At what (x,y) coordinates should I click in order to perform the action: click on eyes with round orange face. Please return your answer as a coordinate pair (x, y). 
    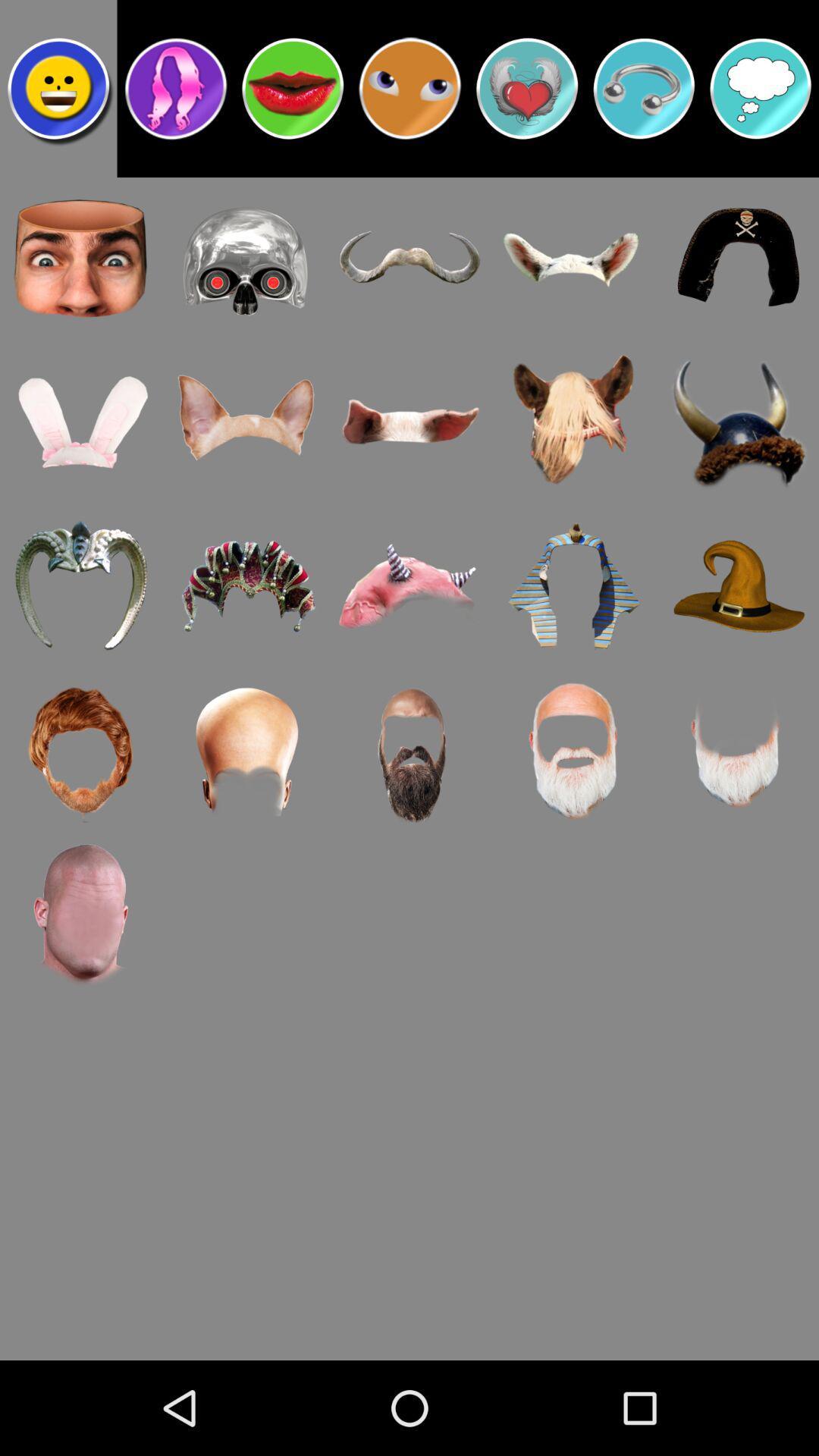
    Looking at the image, I should click on (409, 87).